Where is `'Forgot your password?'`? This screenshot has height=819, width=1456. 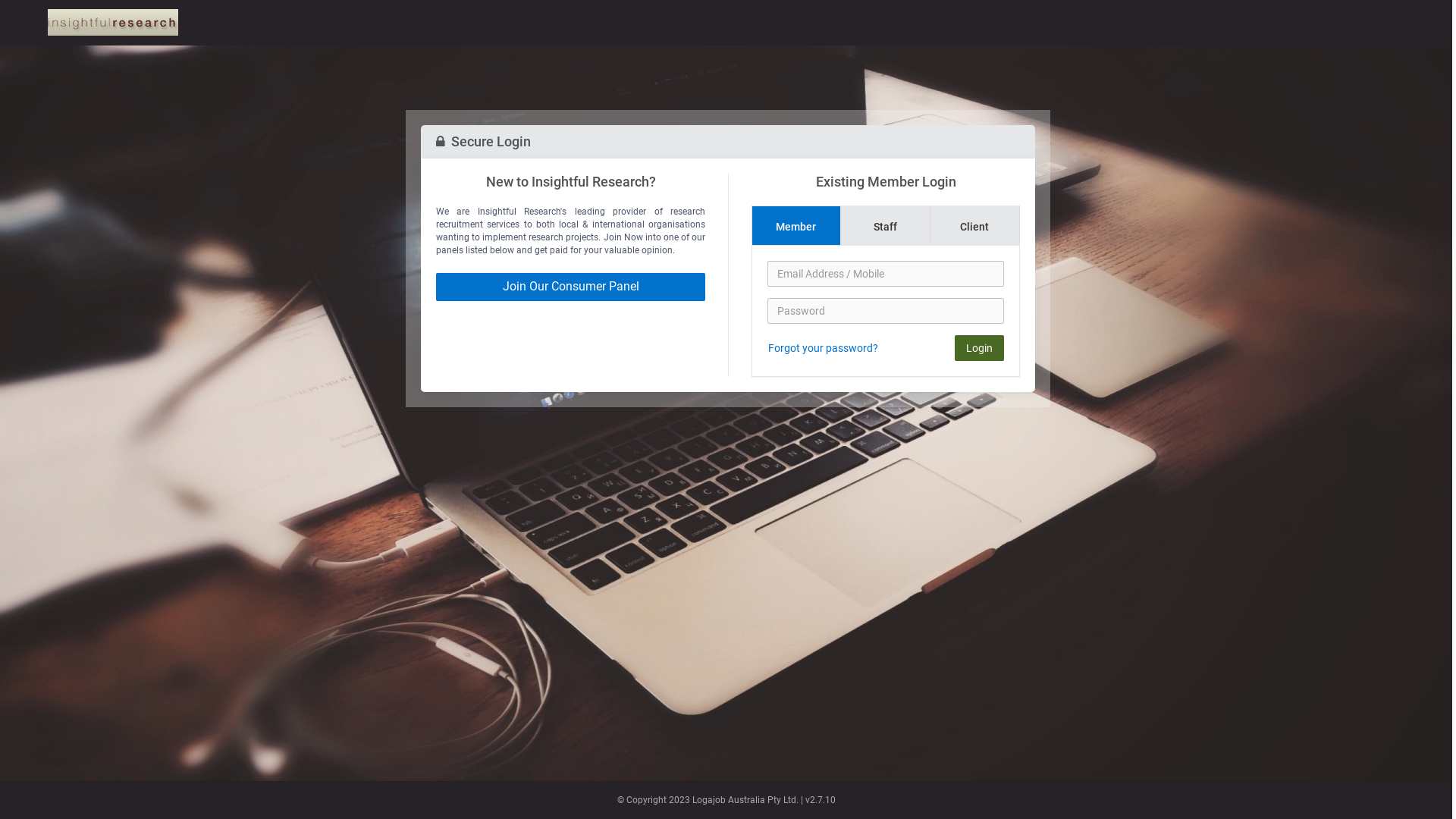
'Forgot your password?' is located at coordinates (767, 348).